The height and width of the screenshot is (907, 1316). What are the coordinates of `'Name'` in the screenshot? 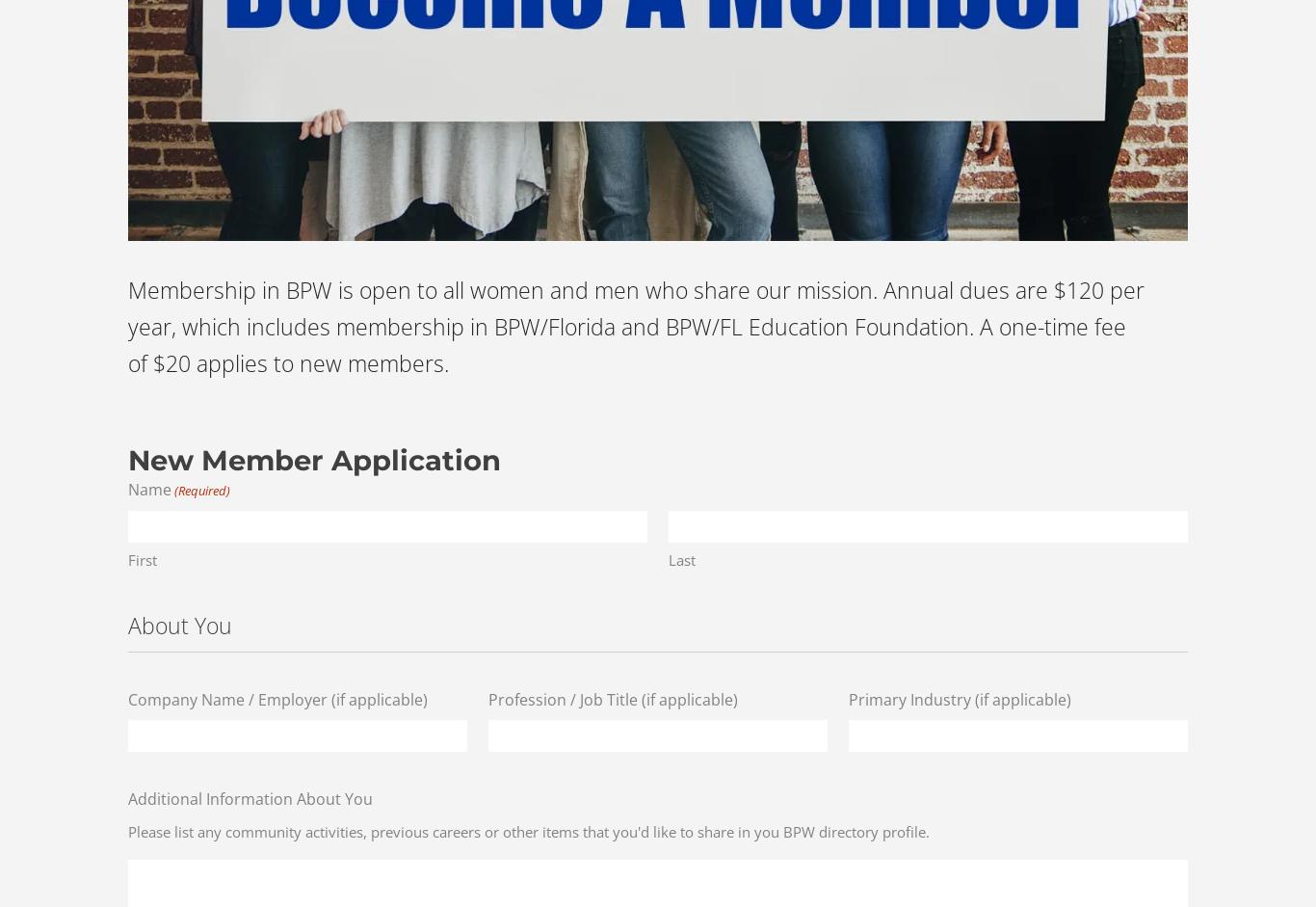 It's located at (127, 488).